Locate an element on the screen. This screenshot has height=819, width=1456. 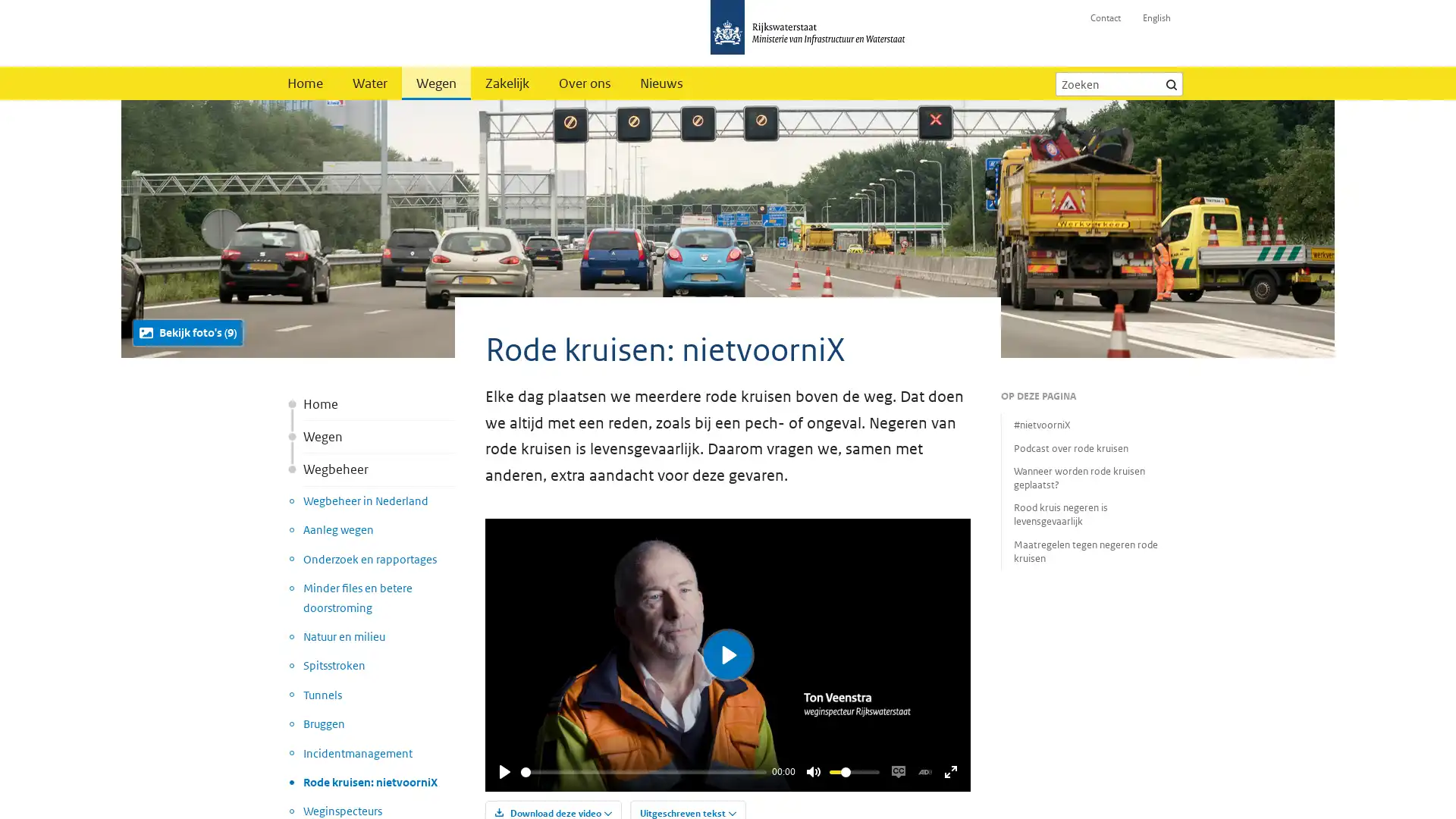
Zoek is located at coordinates (1170, 83).